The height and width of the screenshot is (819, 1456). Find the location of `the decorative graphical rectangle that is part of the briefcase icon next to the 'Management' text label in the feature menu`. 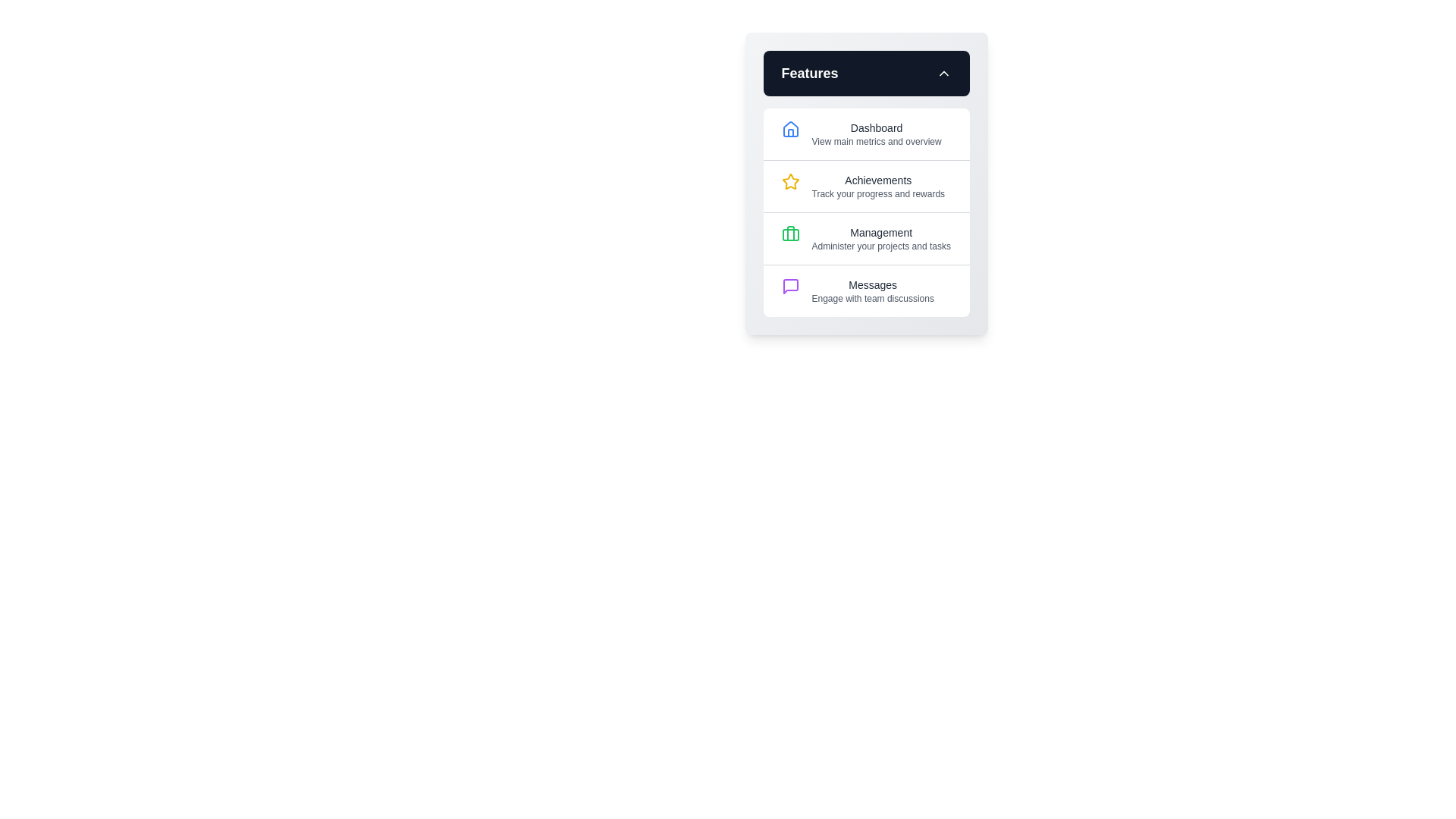

the decorative graphical rectangle that is part of the briefcase icon next to the 'Management' text label in the feature menu is located at coordinates (789, 234).